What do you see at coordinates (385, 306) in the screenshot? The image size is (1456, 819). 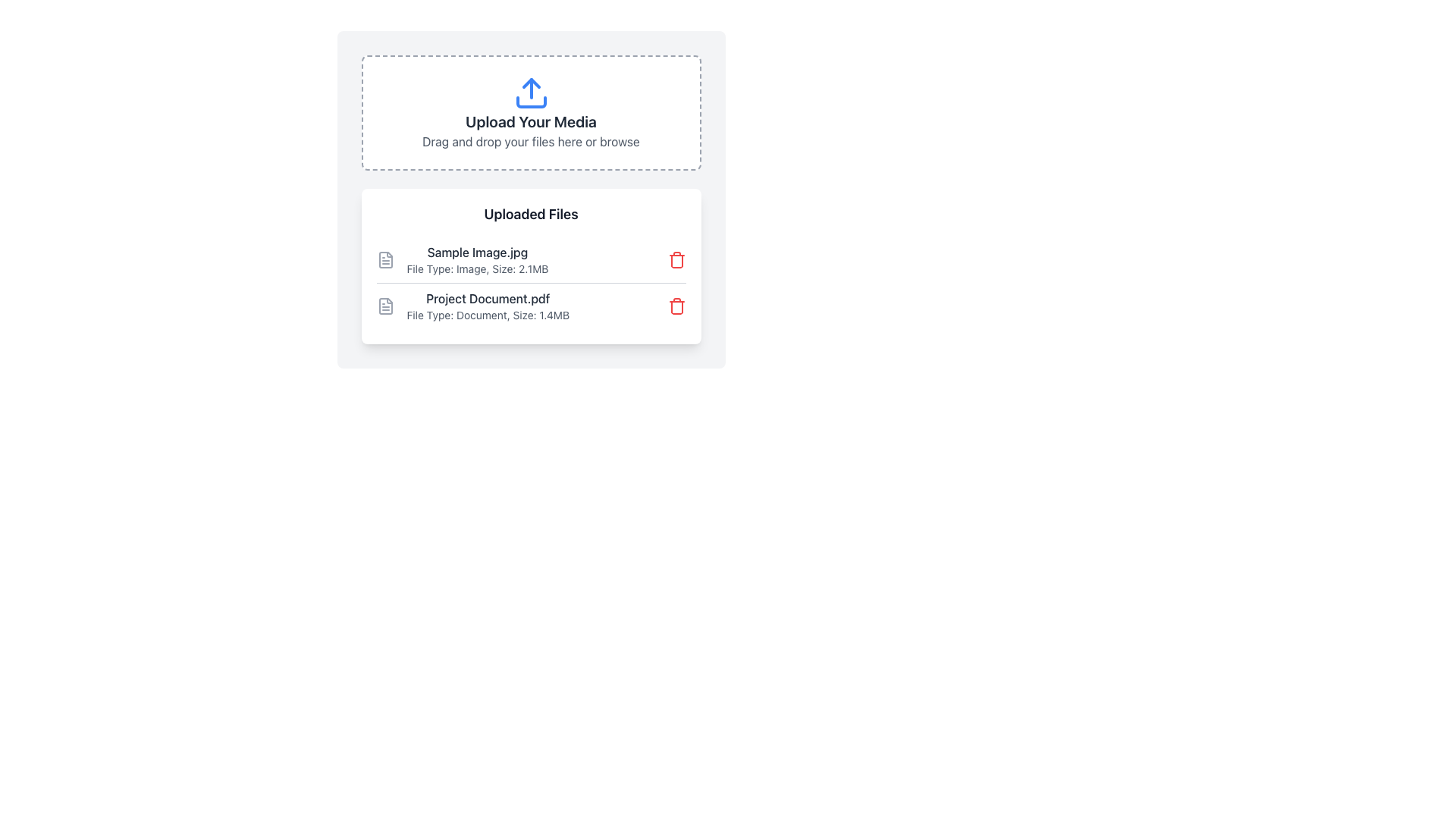 I see `the document icon representing 'Project Document.pdf' in the 'Uploaded Files' section` at bounding box center [385, 306].